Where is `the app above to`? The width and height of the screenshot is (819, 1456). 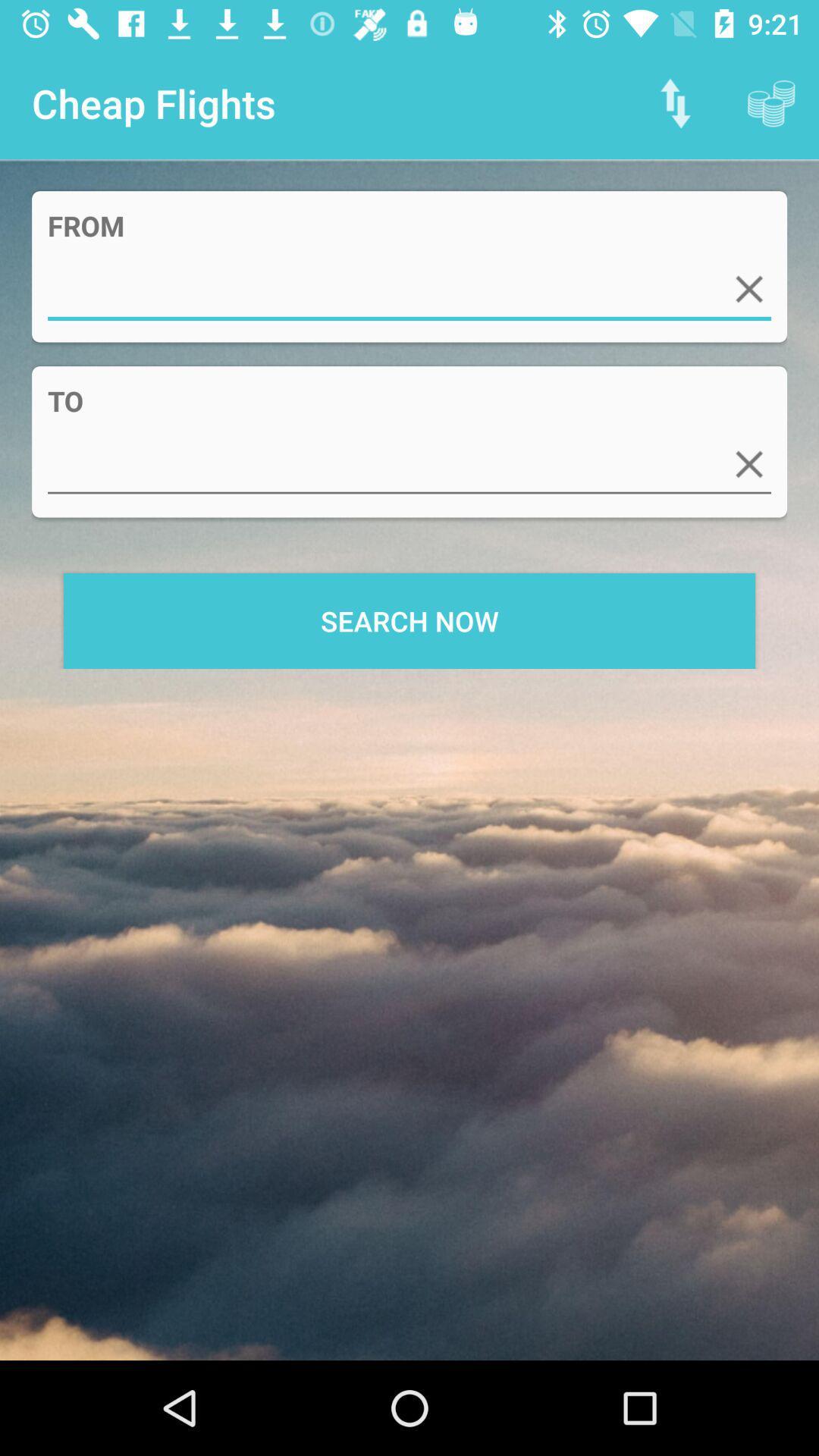 the app above to is located at coordinates (748, 289).